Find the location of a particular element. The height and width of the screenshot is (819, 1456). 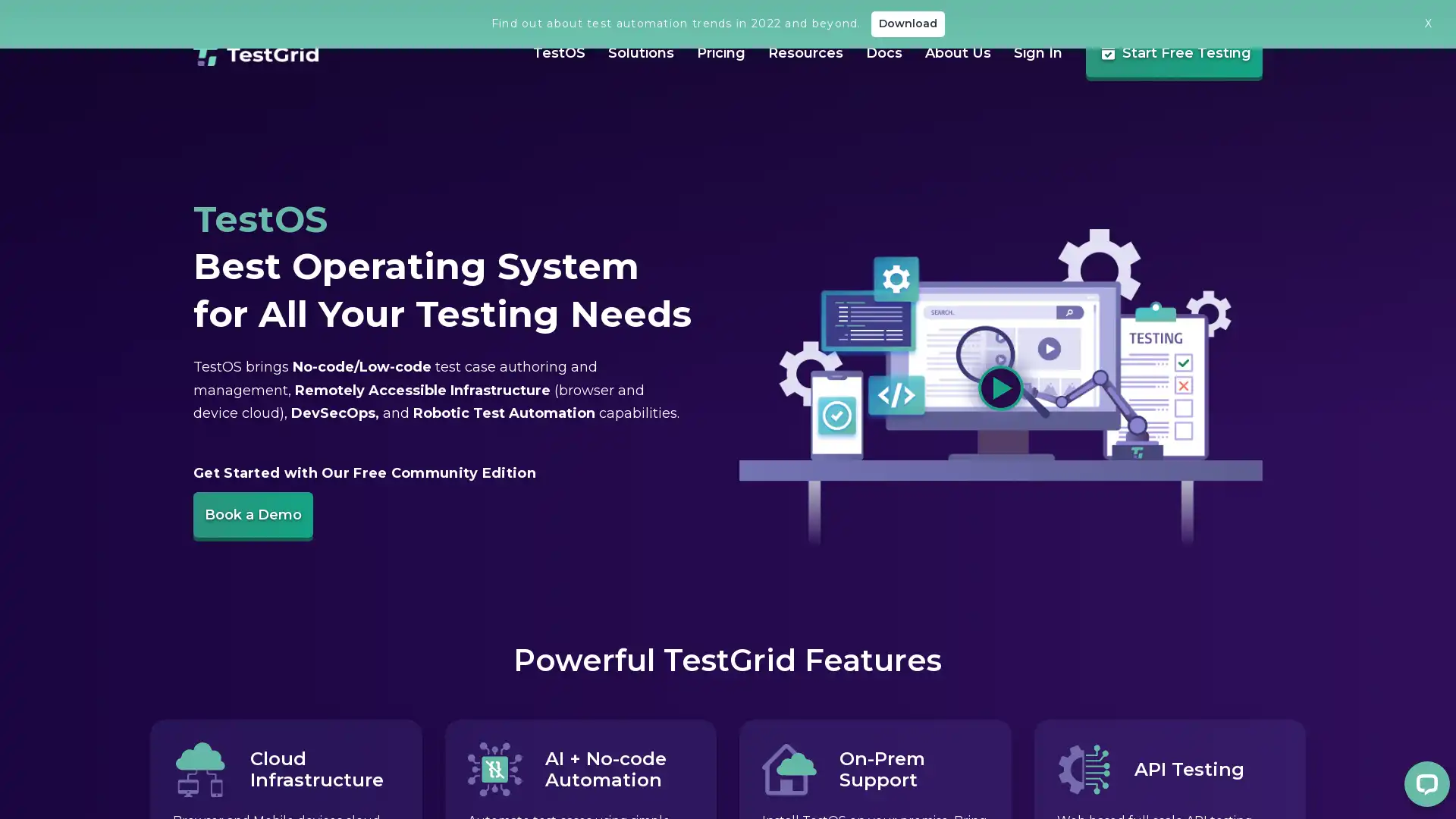

Docs is located at coordinates (868, 96).